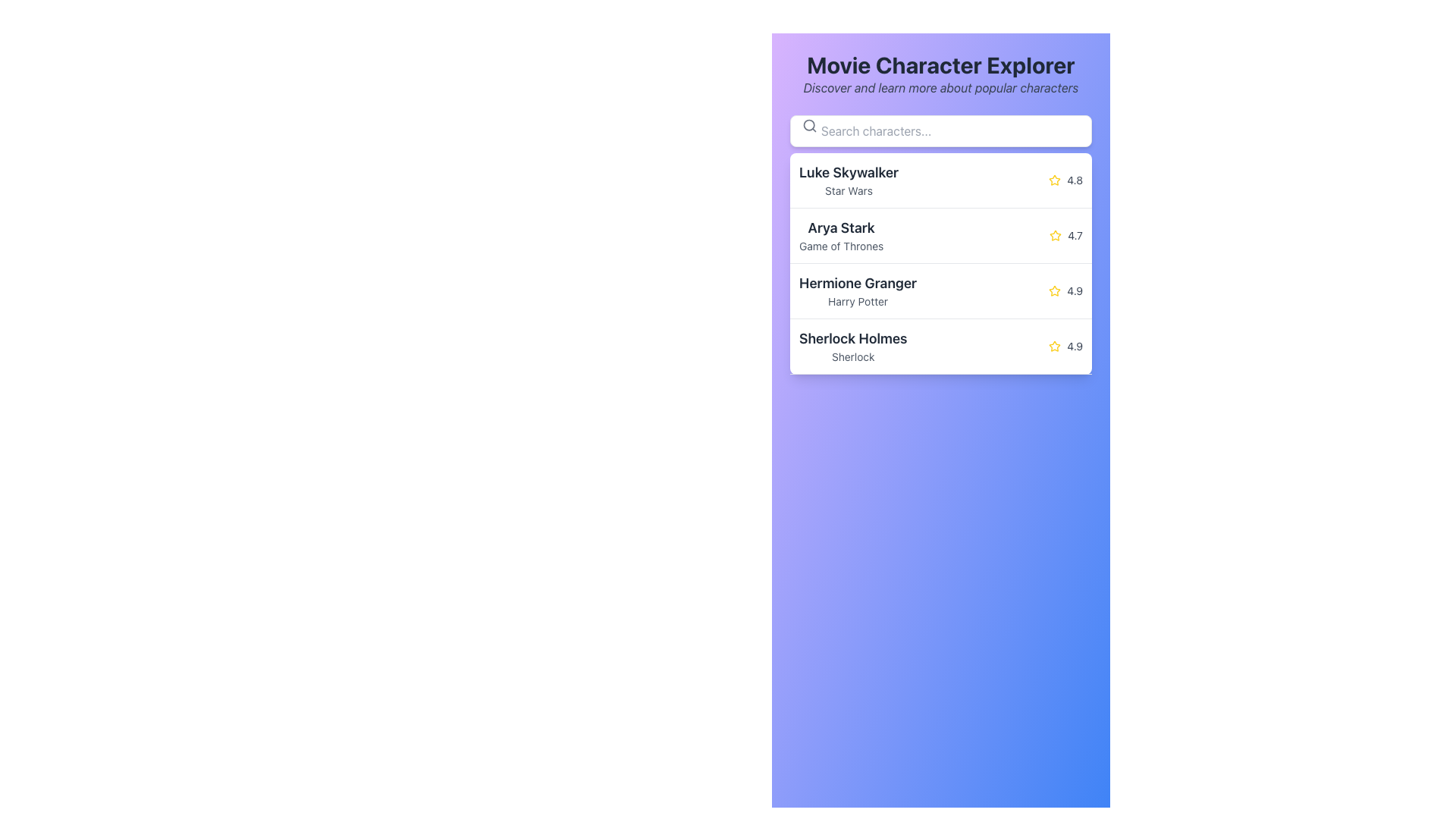 The height and width of the screenshot is (819, 1456). Describe the element at coordinates (1075, 236) in the screenshot. I see `the text label '4.7' styled in gray, which is part of the rating system and located adjacent to the yellow star icon for the 'Arya Stark' entry` at that location.